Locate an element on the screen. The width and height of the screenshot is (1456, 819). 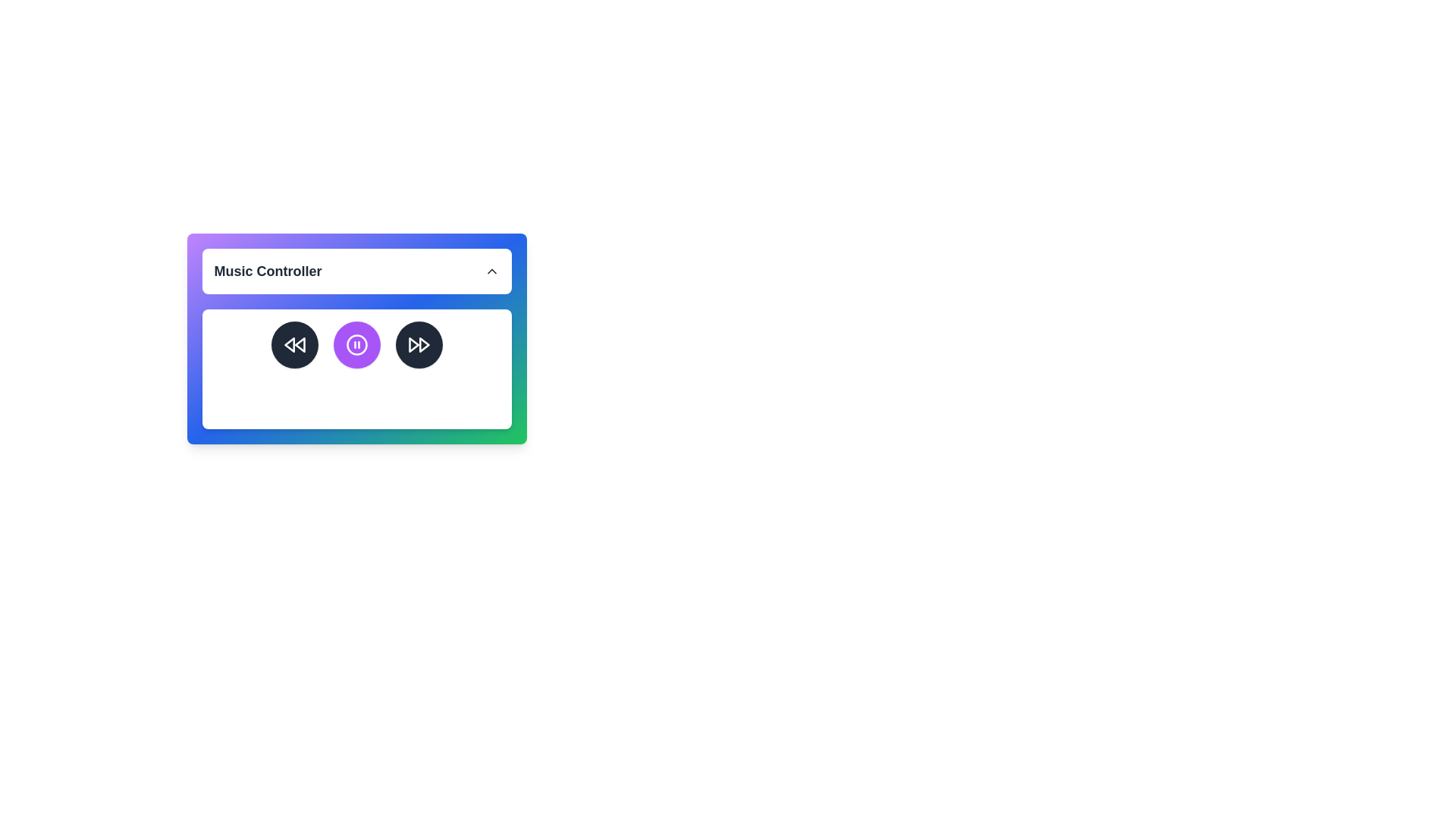
the central button in the control panel to toggle between play and pause states is located at coordinates (356, 345).